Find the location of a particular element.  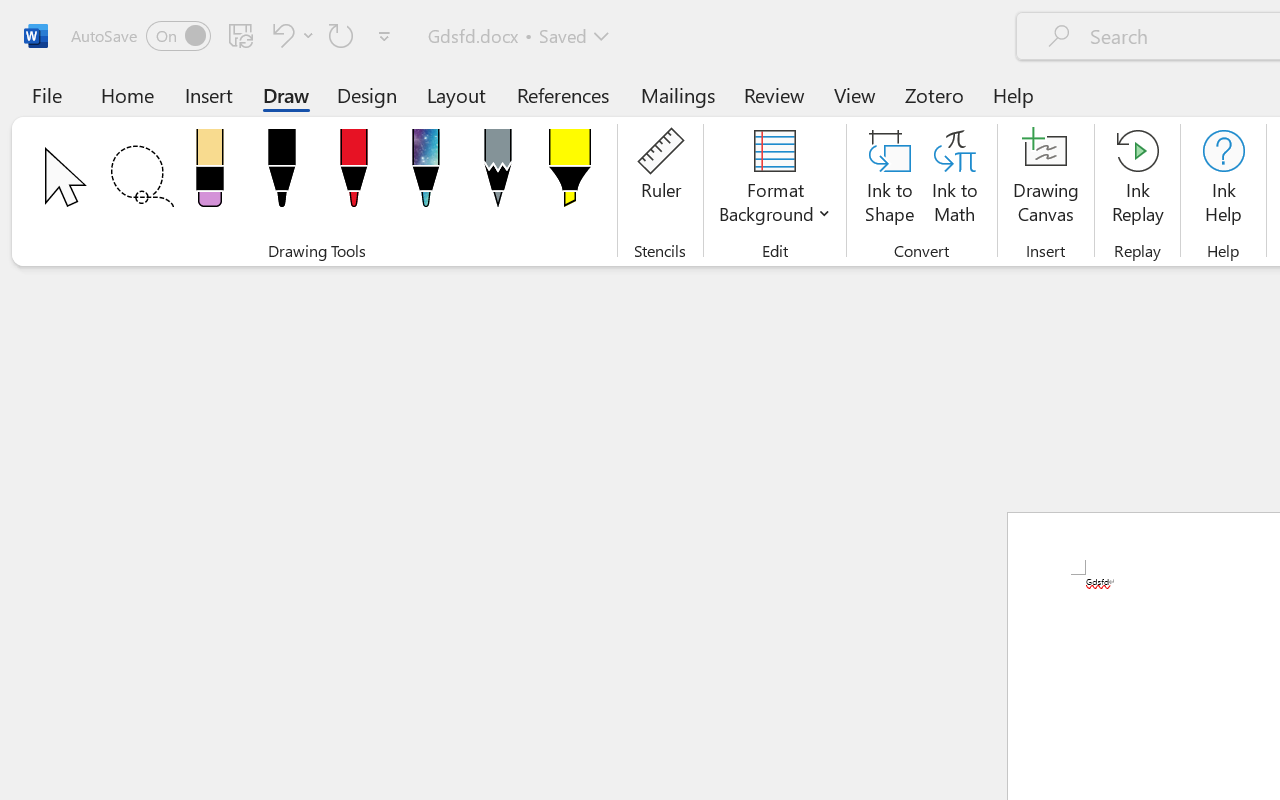

'Highlighter: Yellow, 6 mm' is located at coordinates (568, 173).